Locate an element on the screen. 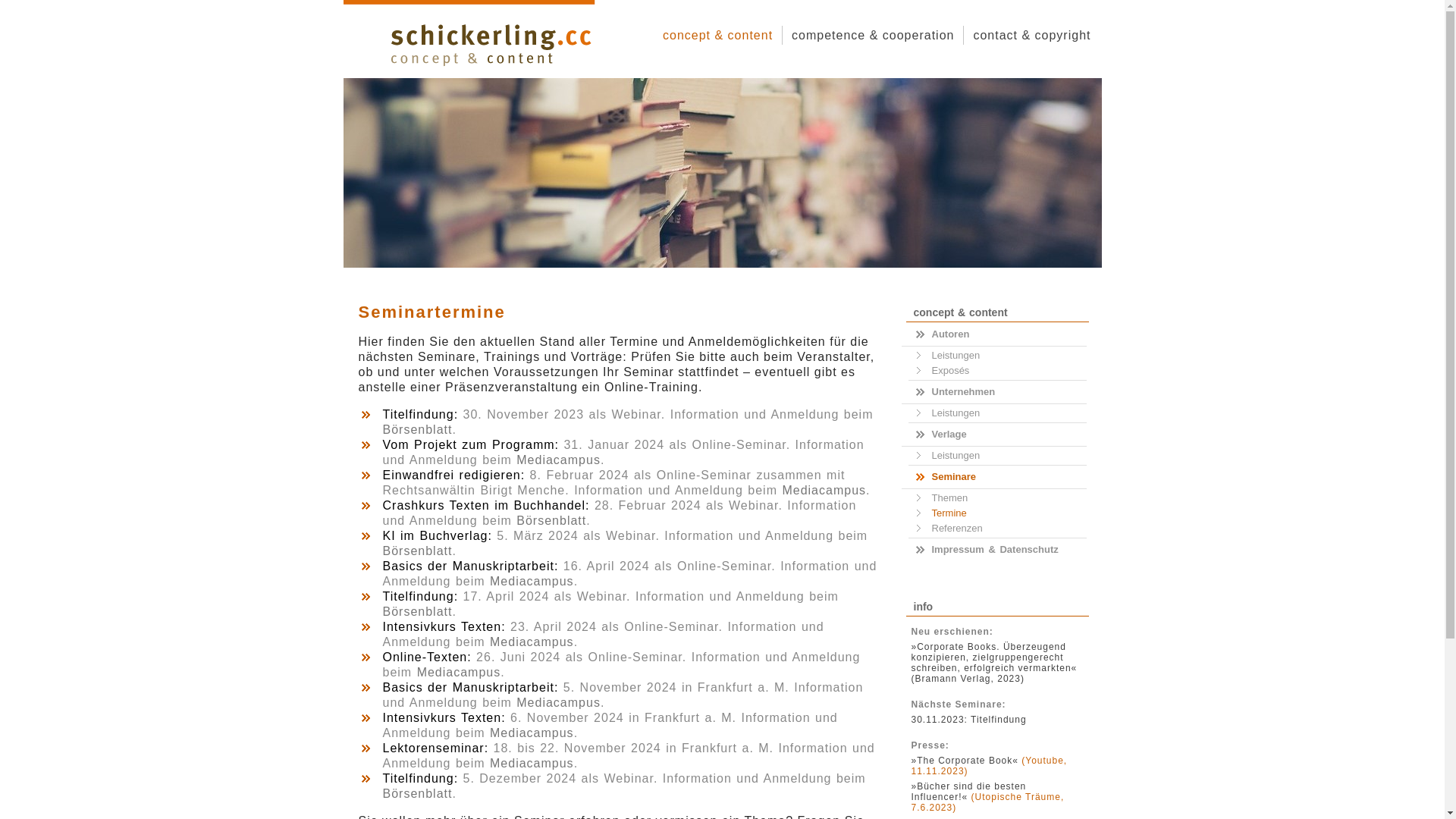 The image size is (1456, 819). 'Termine' is located at coordinates (993, 513).